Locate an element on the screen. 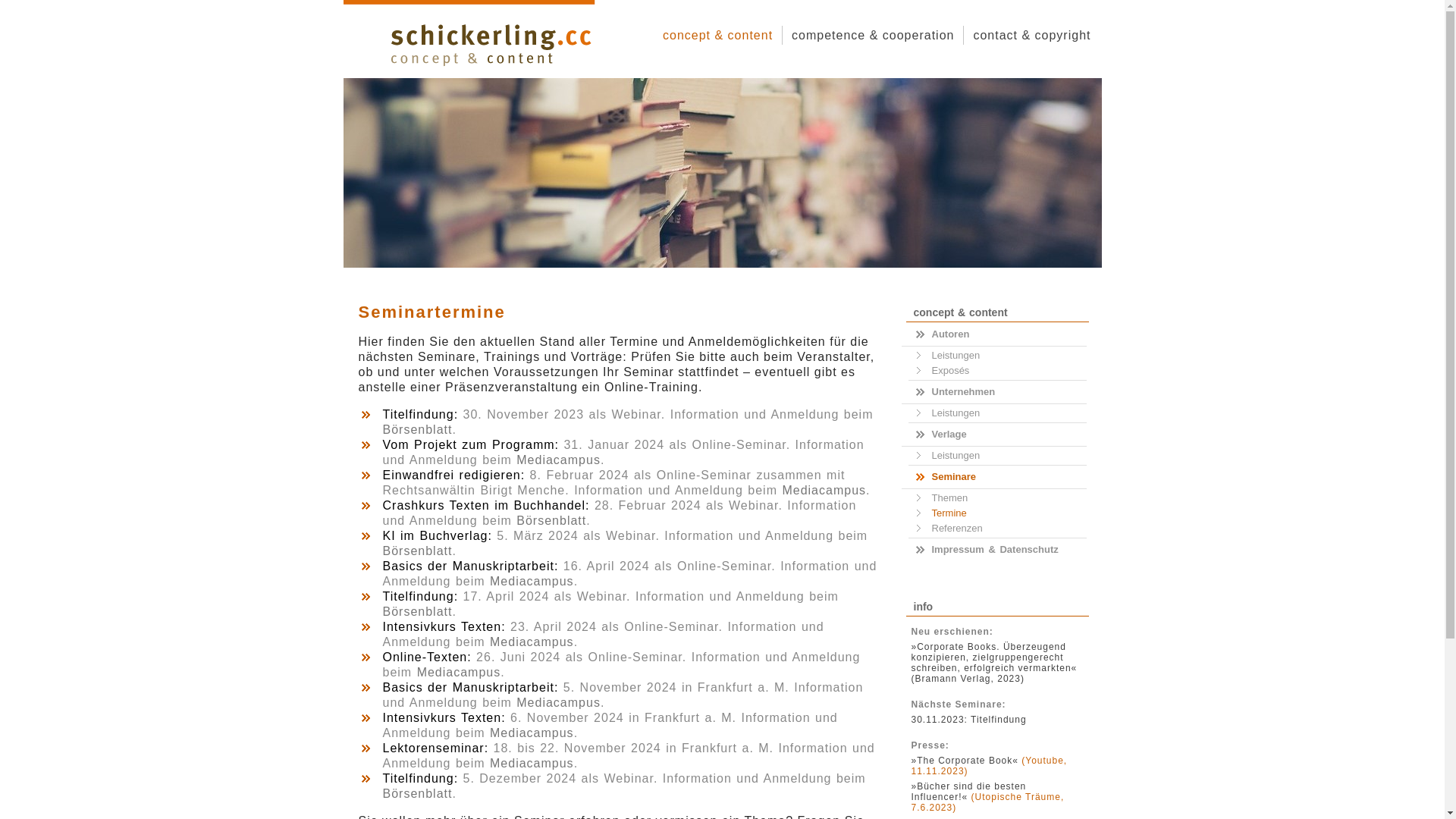 The image size is (1456, 819). 'Termine' is located at coordinates (993, 513).